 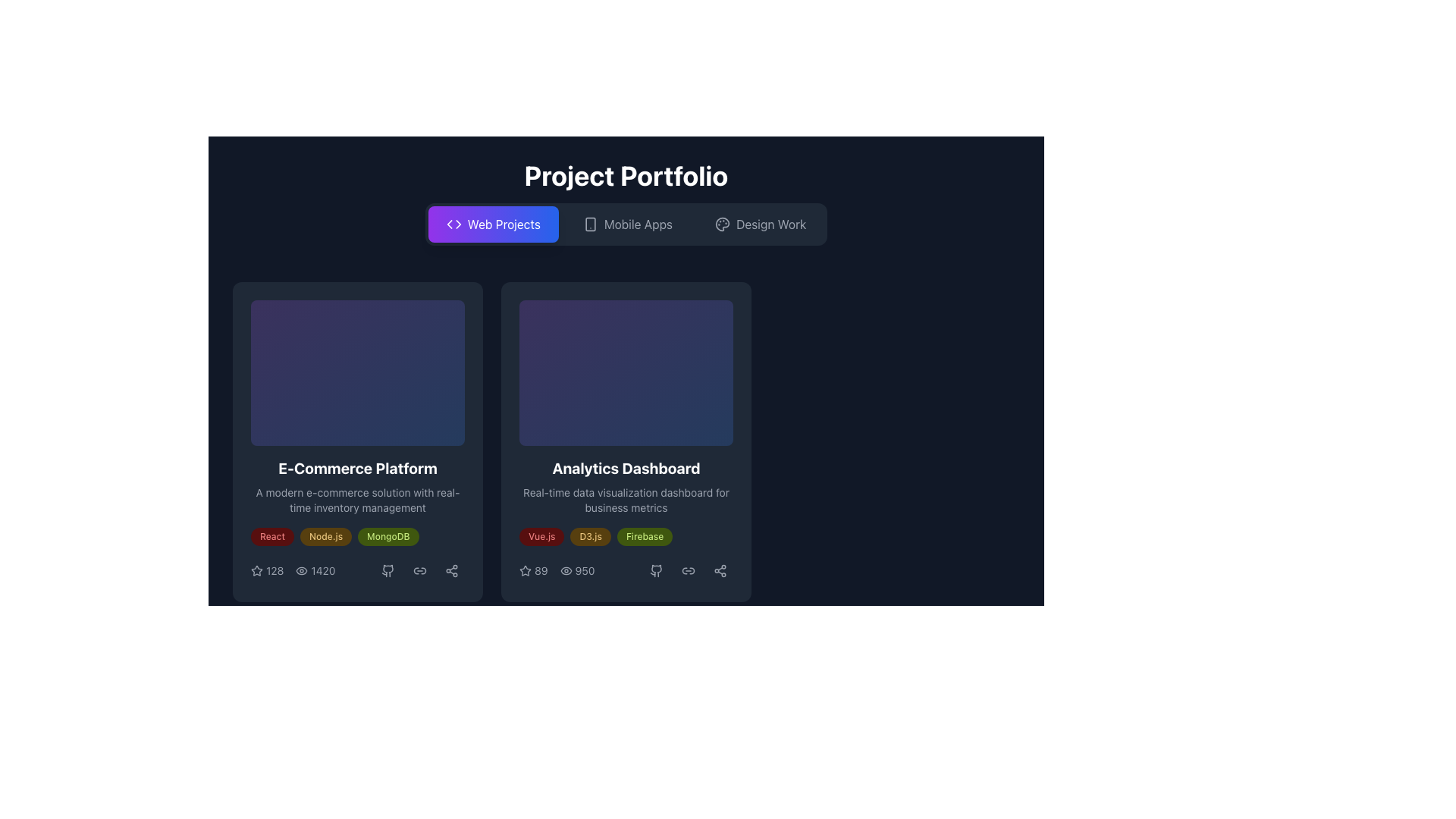 I want to click on the series of pill-shaped labels representing tags such as 'Vue.js', 'D3.js', and 'Firebase' within the 'Analytics Dashboard' card, so click(x=626, y=536).